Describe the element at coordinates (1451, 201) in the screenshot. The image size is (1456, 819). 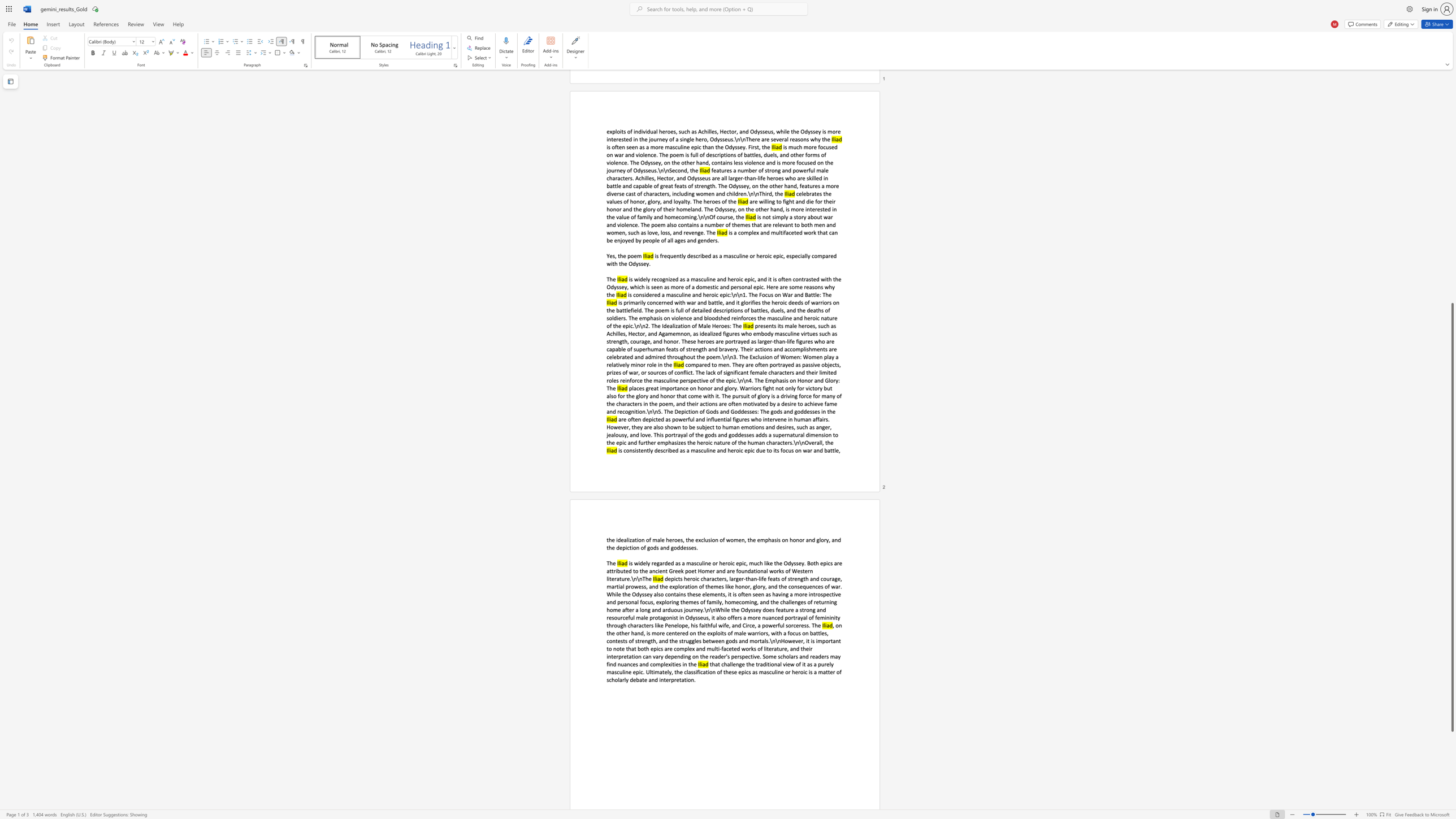
I see `the scrollbar to move the view up` at that location.